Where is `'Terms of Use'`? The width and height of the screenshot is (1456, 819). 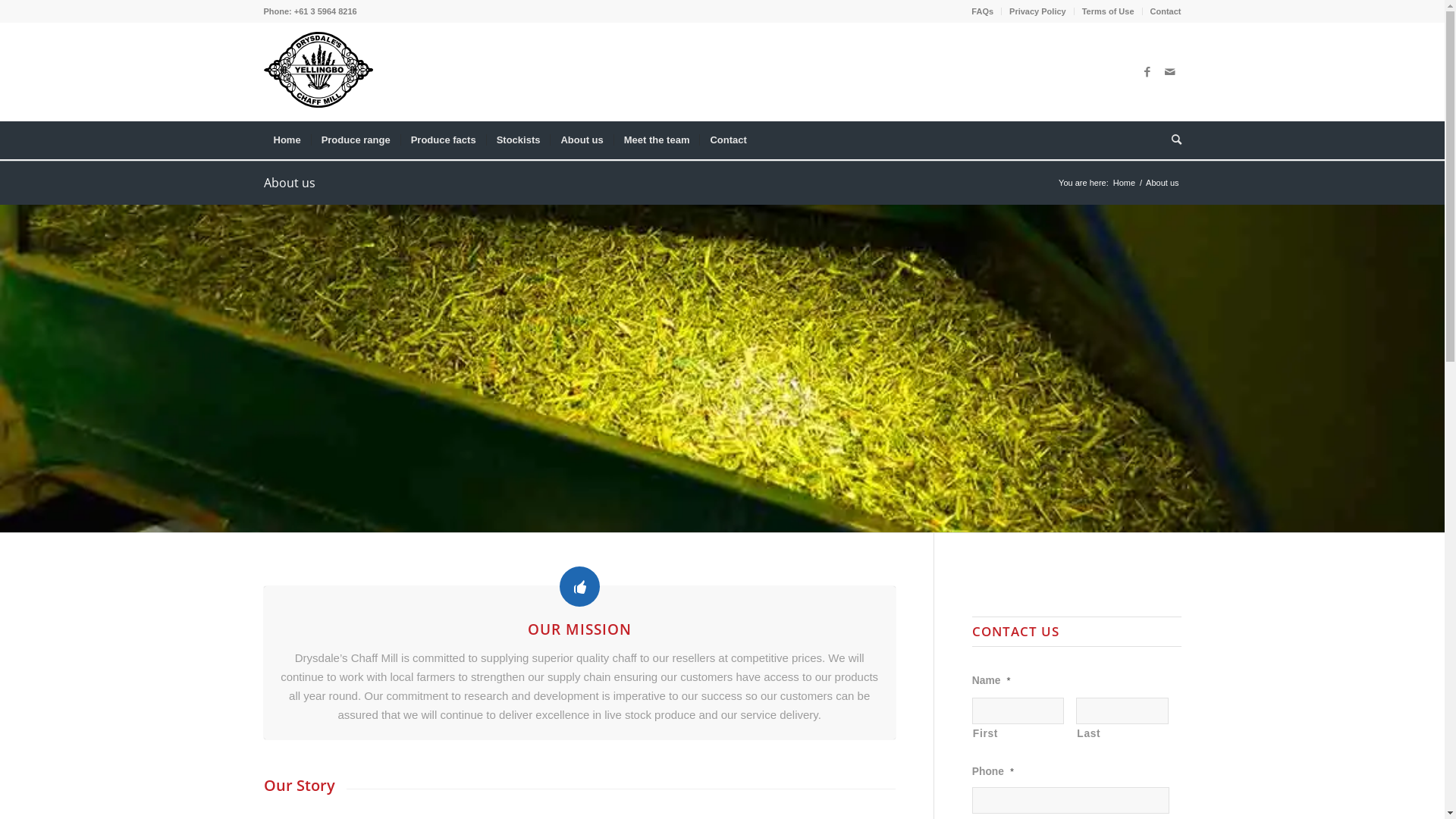 'Terms of Use' is located at coordinates (1081, 11).